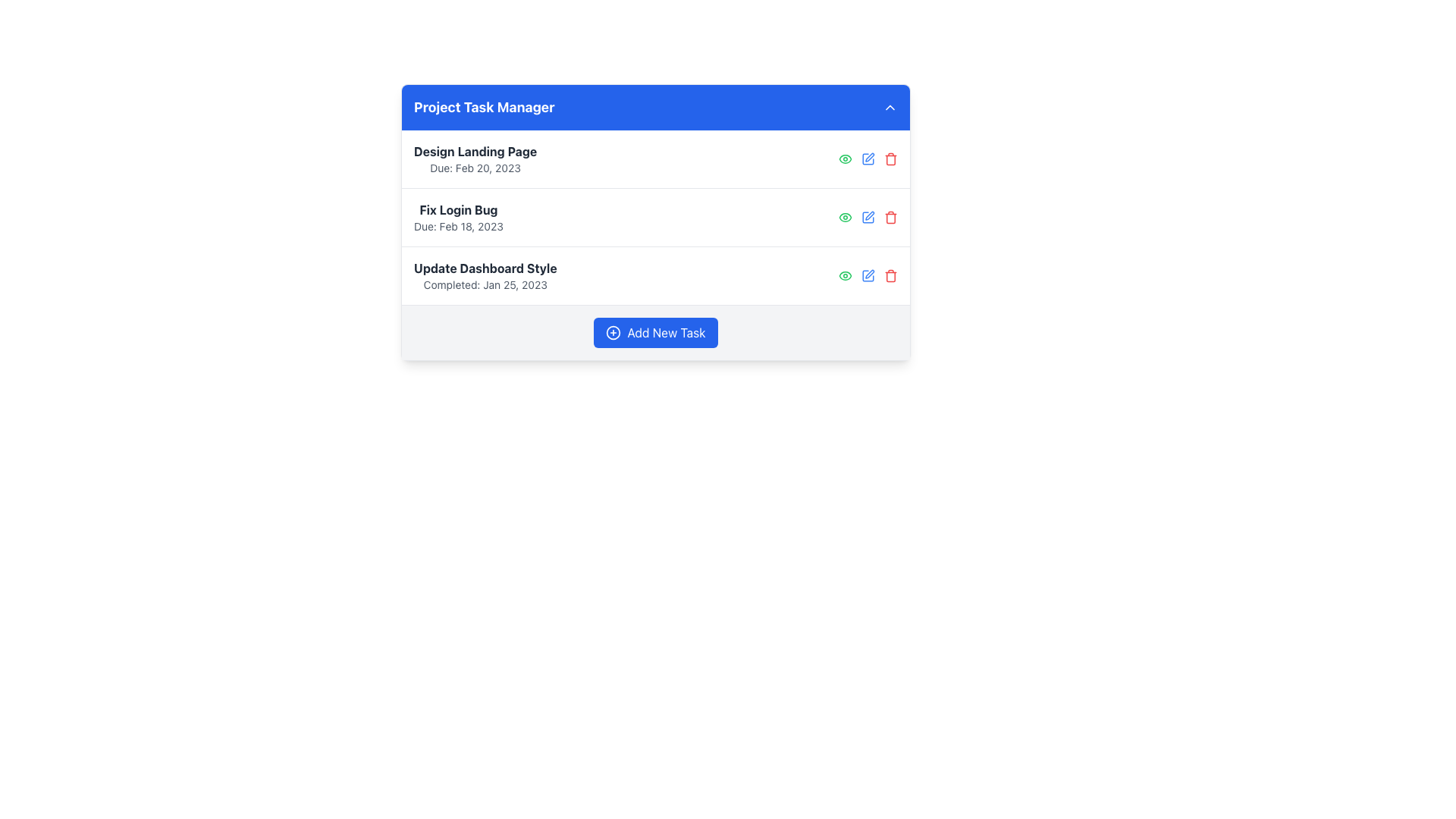  What do you see at coordinates (868, 158) in the screenshot?
I see `the Icon Button used for editing details of the task titled 'Design Landing Page'` at bounding box center [868, 158].